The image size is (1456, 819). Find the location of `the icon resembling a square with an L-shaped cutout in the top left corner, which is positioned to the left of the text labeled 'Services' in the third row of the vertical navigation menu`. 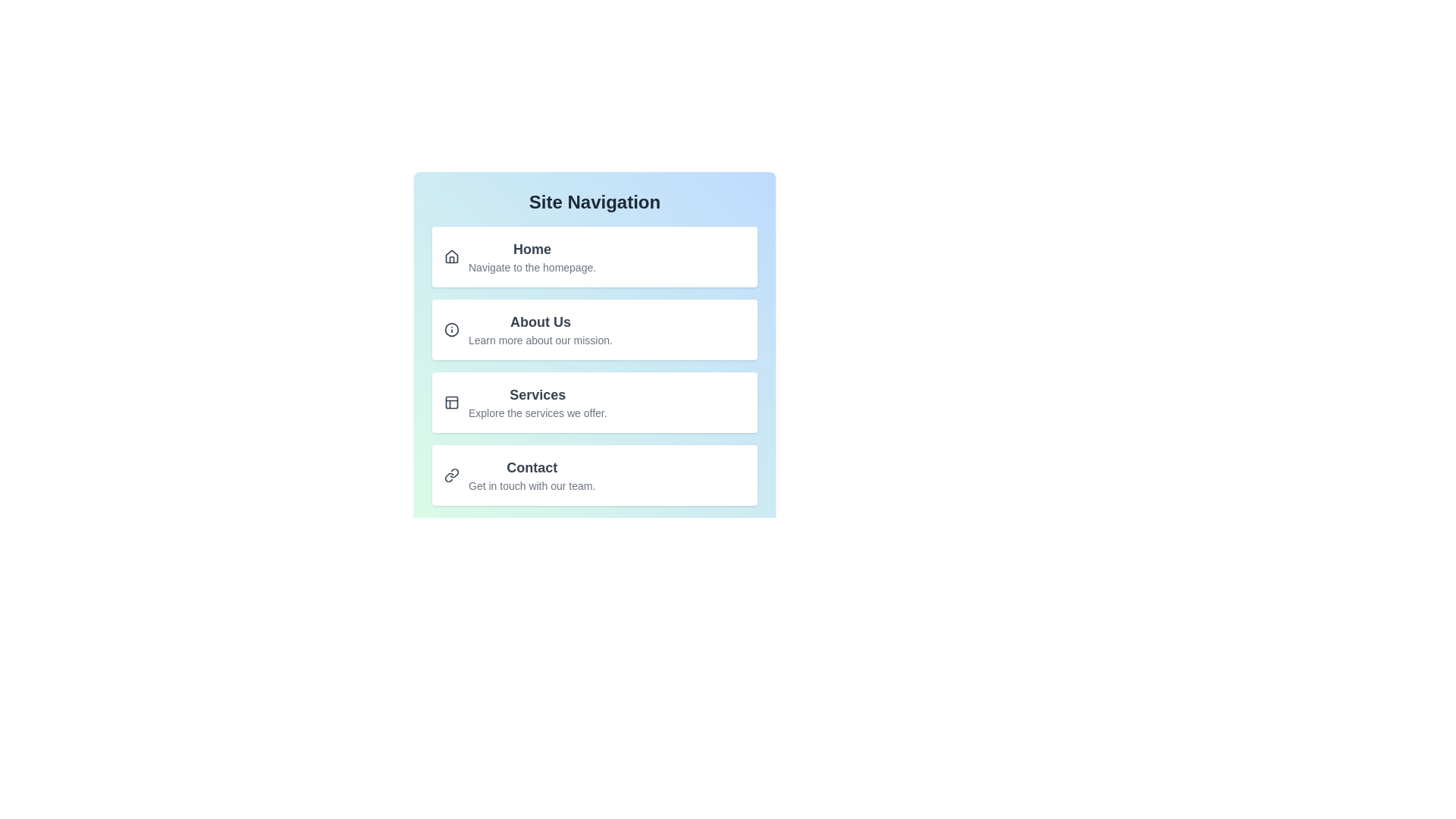

the icon resembling a square with an L-shaped cutout in the top left corner, which is positioned to the left of the text labeled 'Services' in the third row of the vertical navigation menu is located at coordinates (450, 402).